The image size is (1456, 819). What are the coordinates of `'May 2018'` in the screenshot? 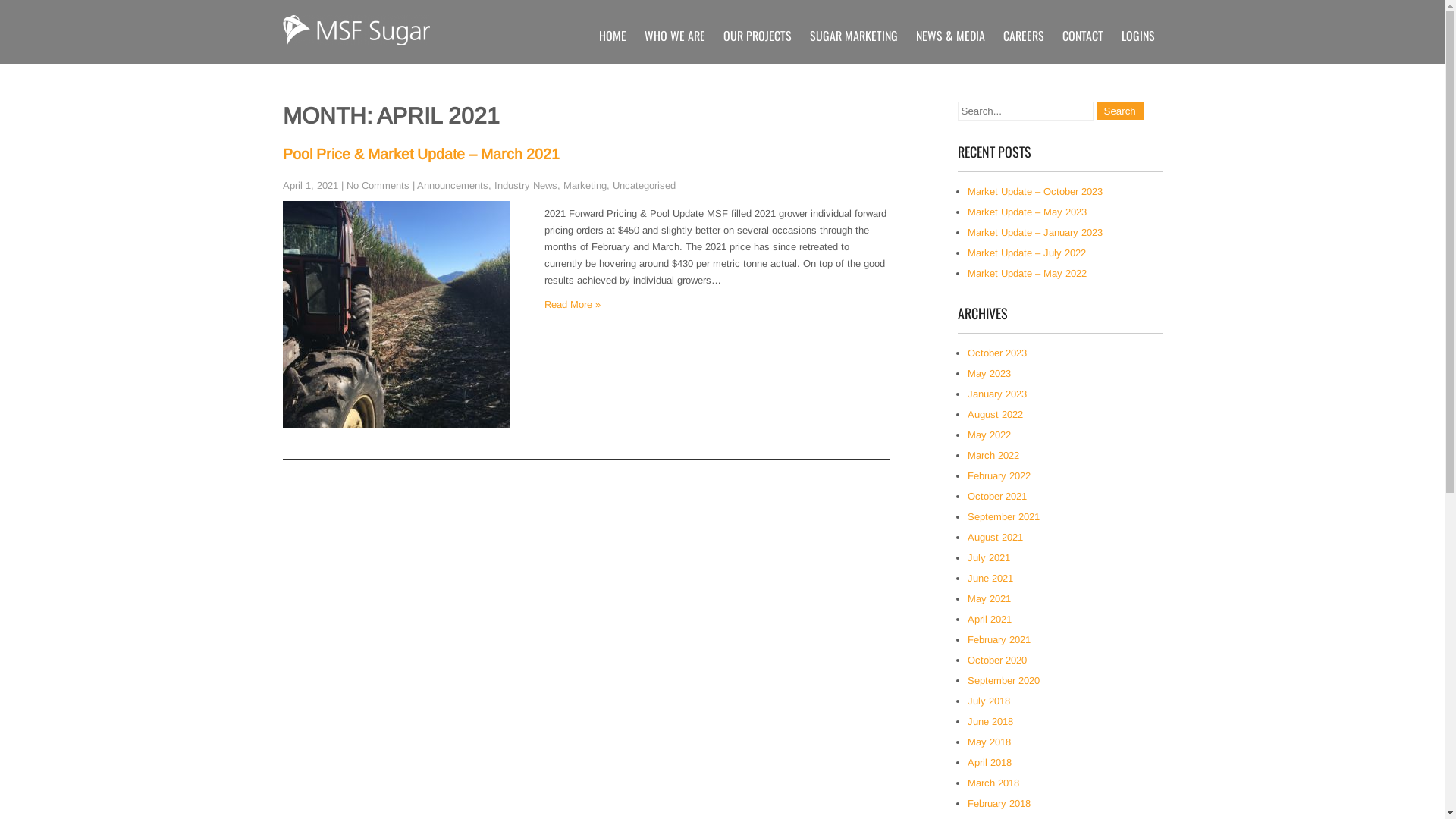 It's located at (967, 741).